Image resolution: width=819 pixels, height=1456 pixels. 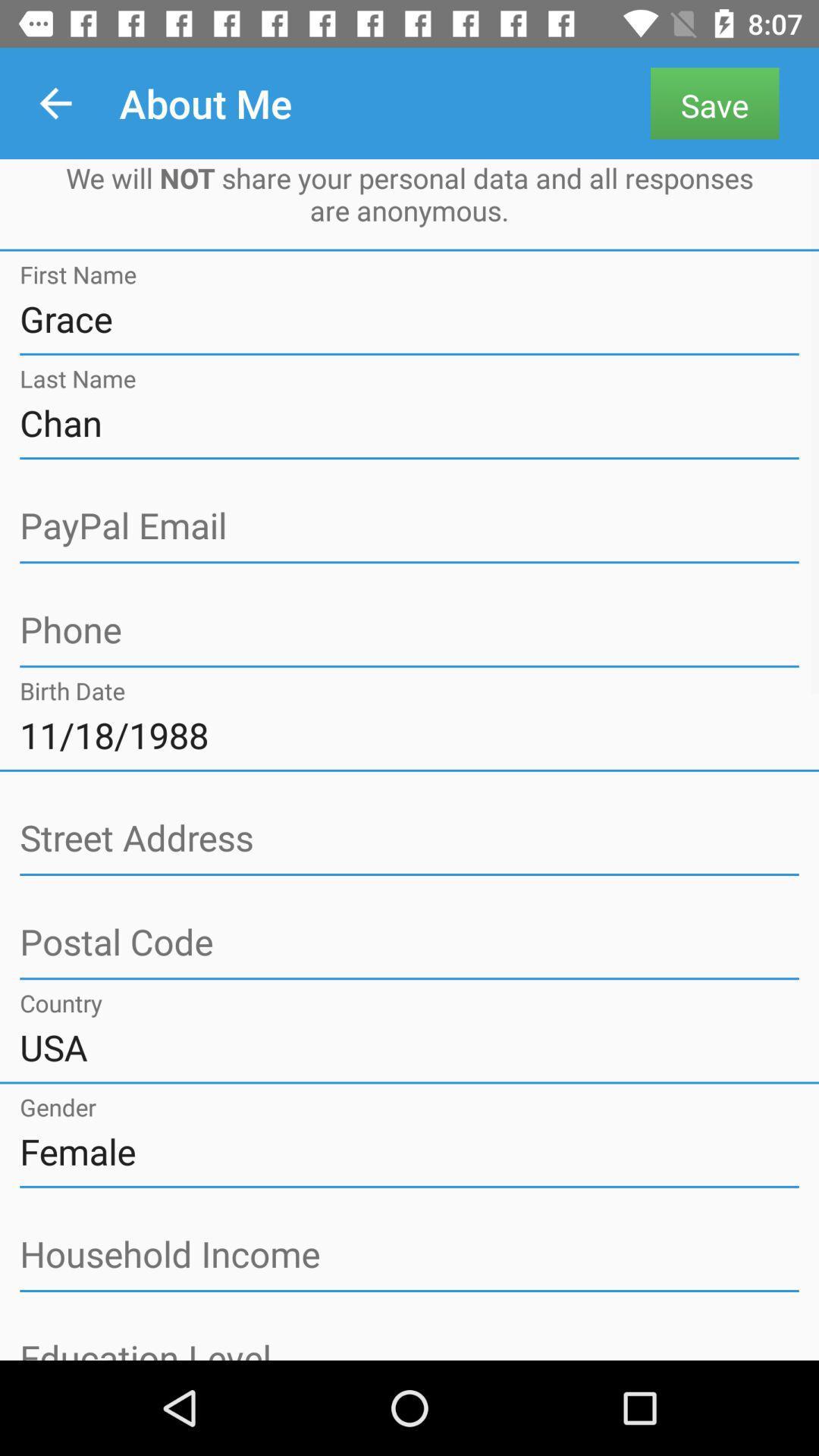 I want to click on street address input field, so click(x=409, y=838).